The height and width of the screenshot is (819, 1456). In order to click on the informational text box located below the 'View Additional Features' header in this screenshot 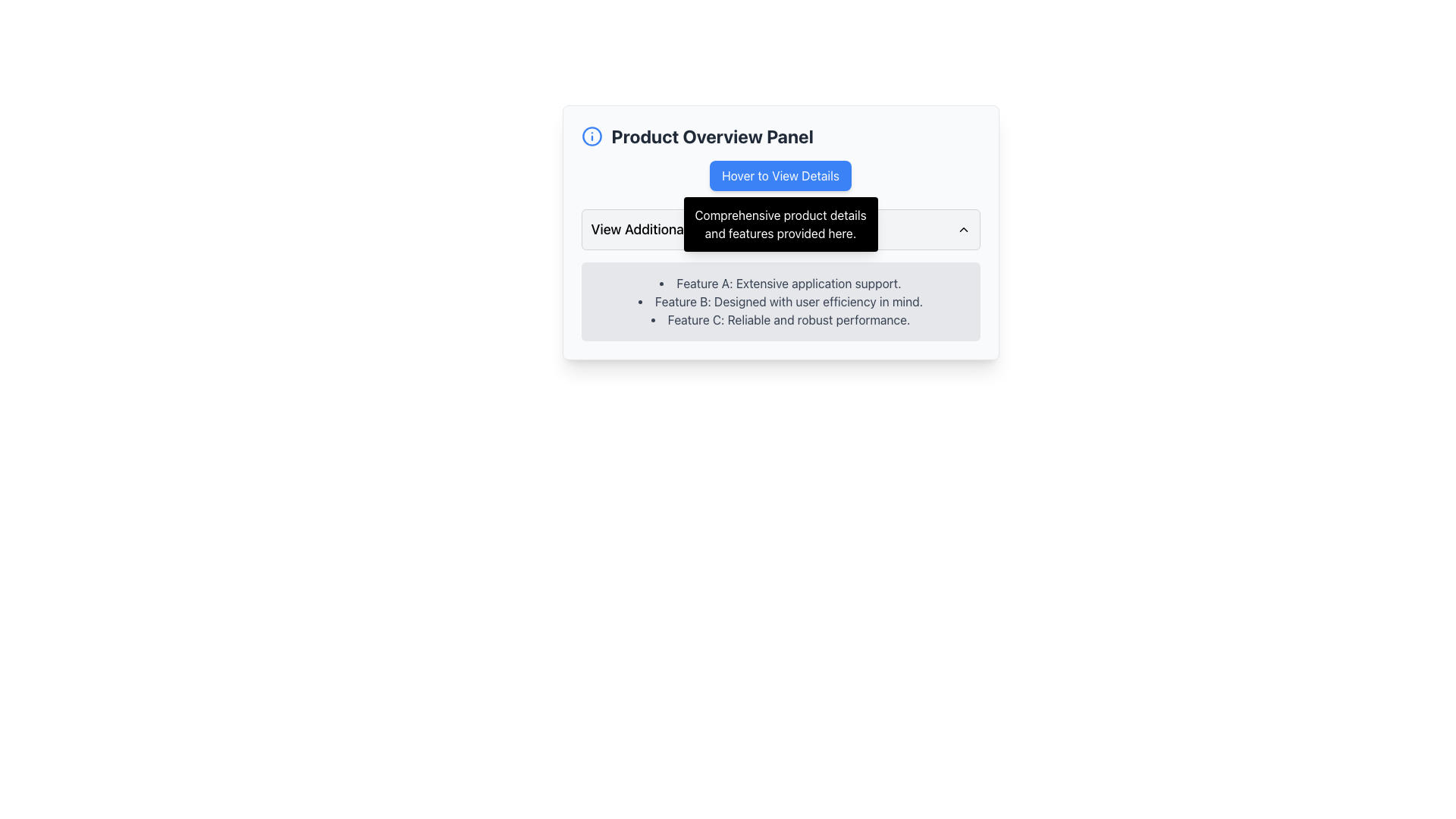, I will do `click(780, 301)`.